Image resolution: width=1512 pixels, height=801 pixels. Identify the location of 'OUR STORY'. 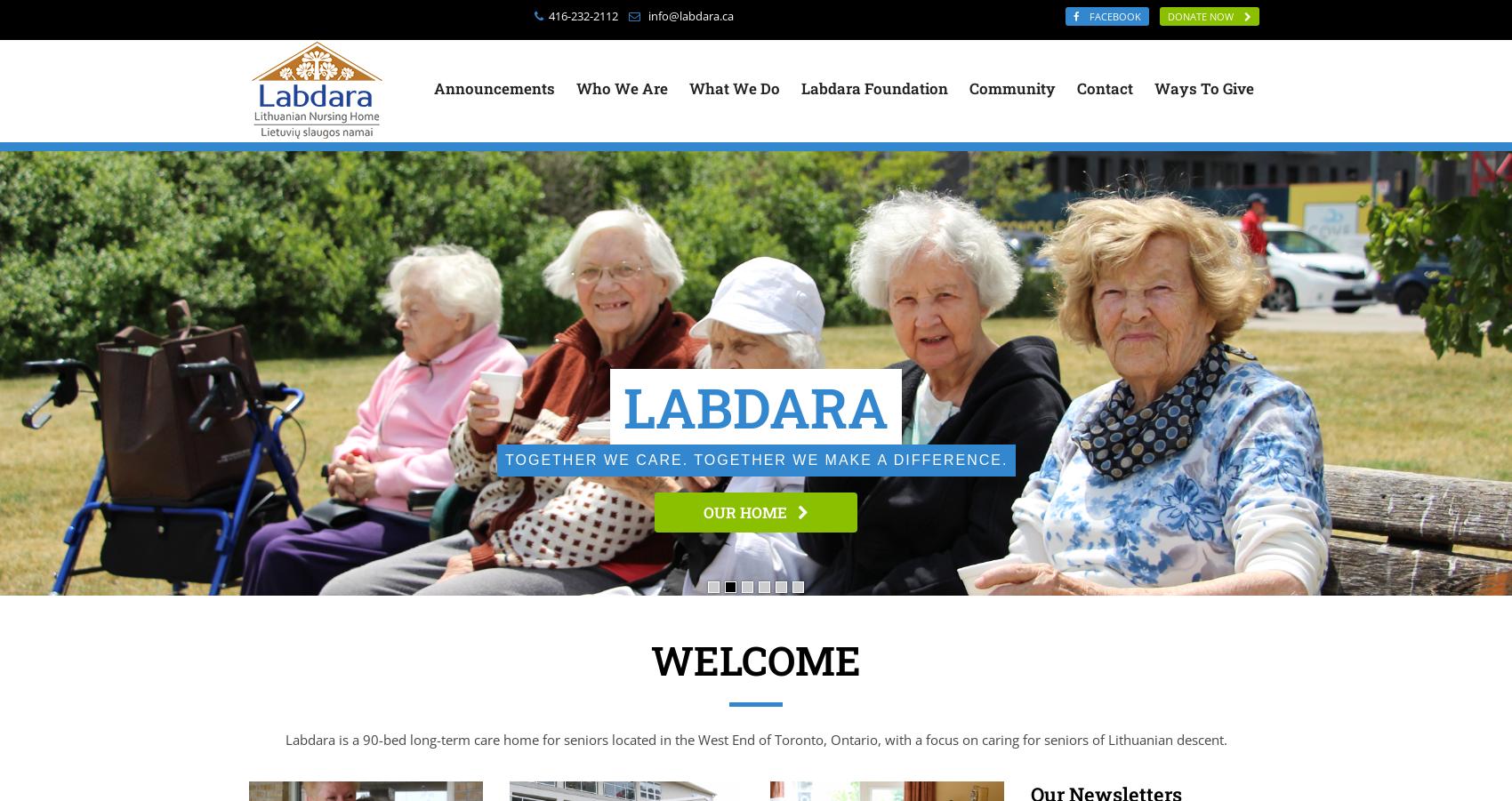
(750, 511).